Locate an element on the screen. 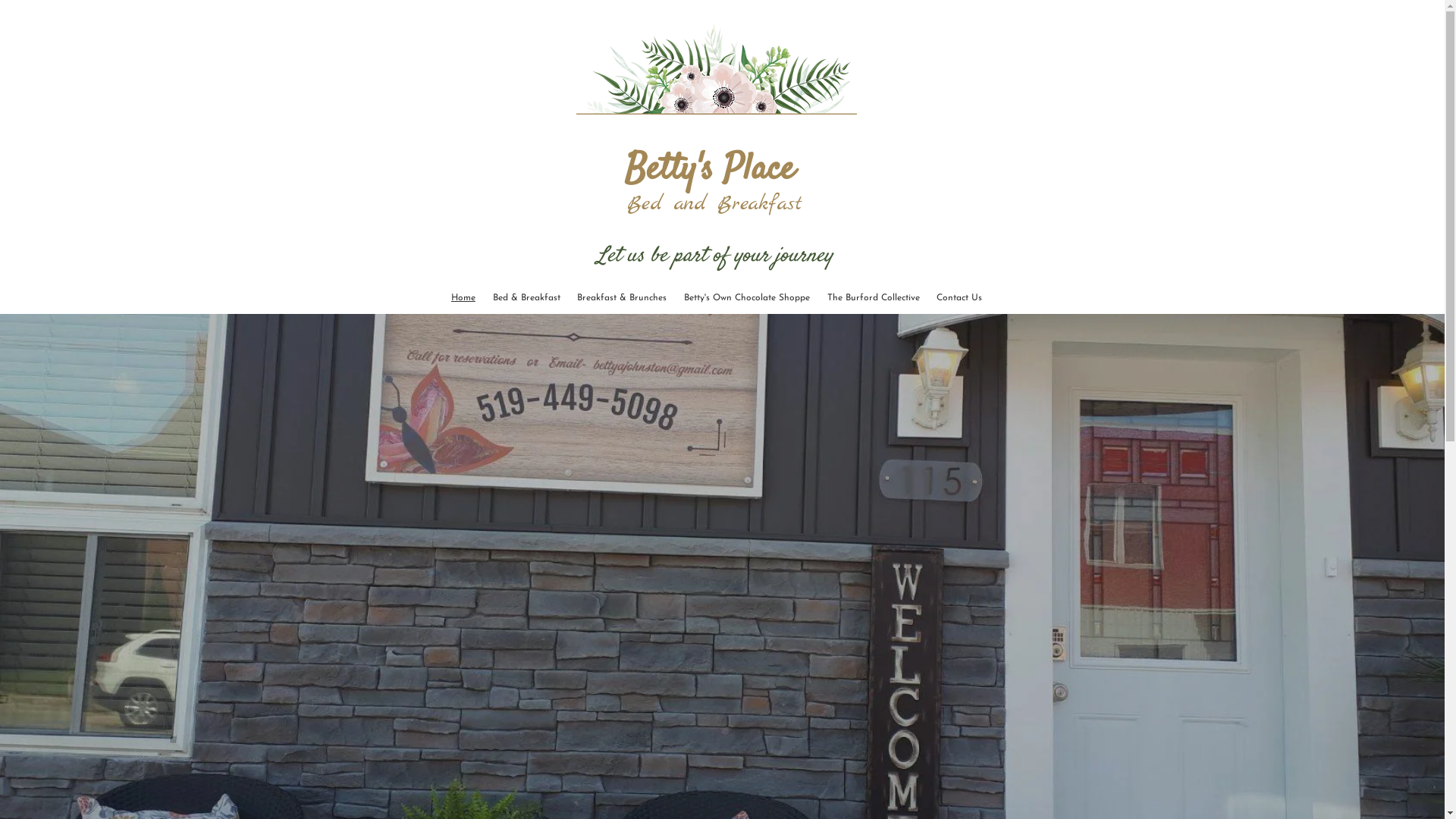 The image size is (1456, 819). 'Contact Us' is located at coordinates (927, 298).